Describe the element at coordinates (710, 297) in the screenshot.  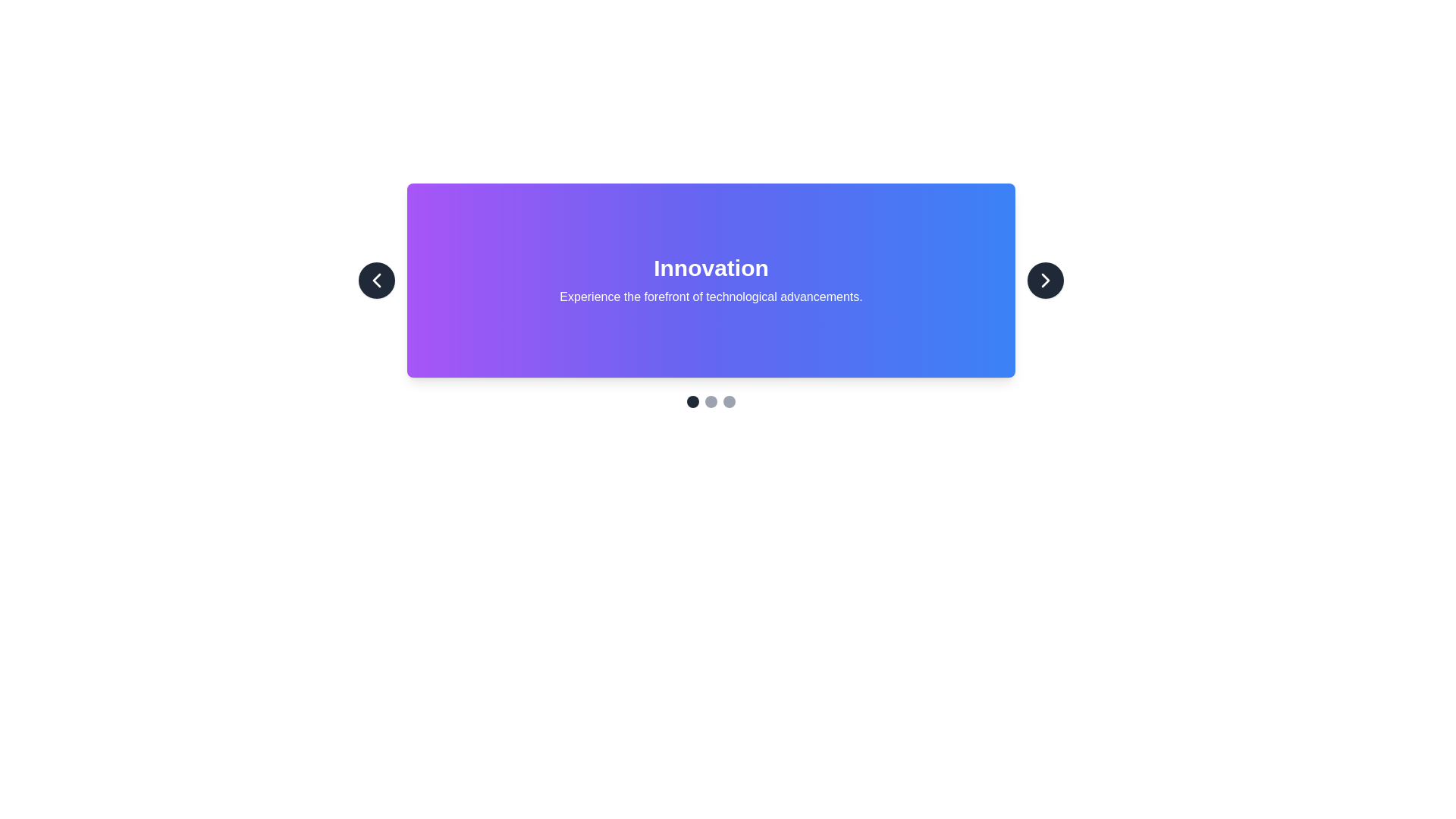
I see `informative subtitle text located underneath the bold title 'Innovation' within the purple-to-blue gradient section` at that location.